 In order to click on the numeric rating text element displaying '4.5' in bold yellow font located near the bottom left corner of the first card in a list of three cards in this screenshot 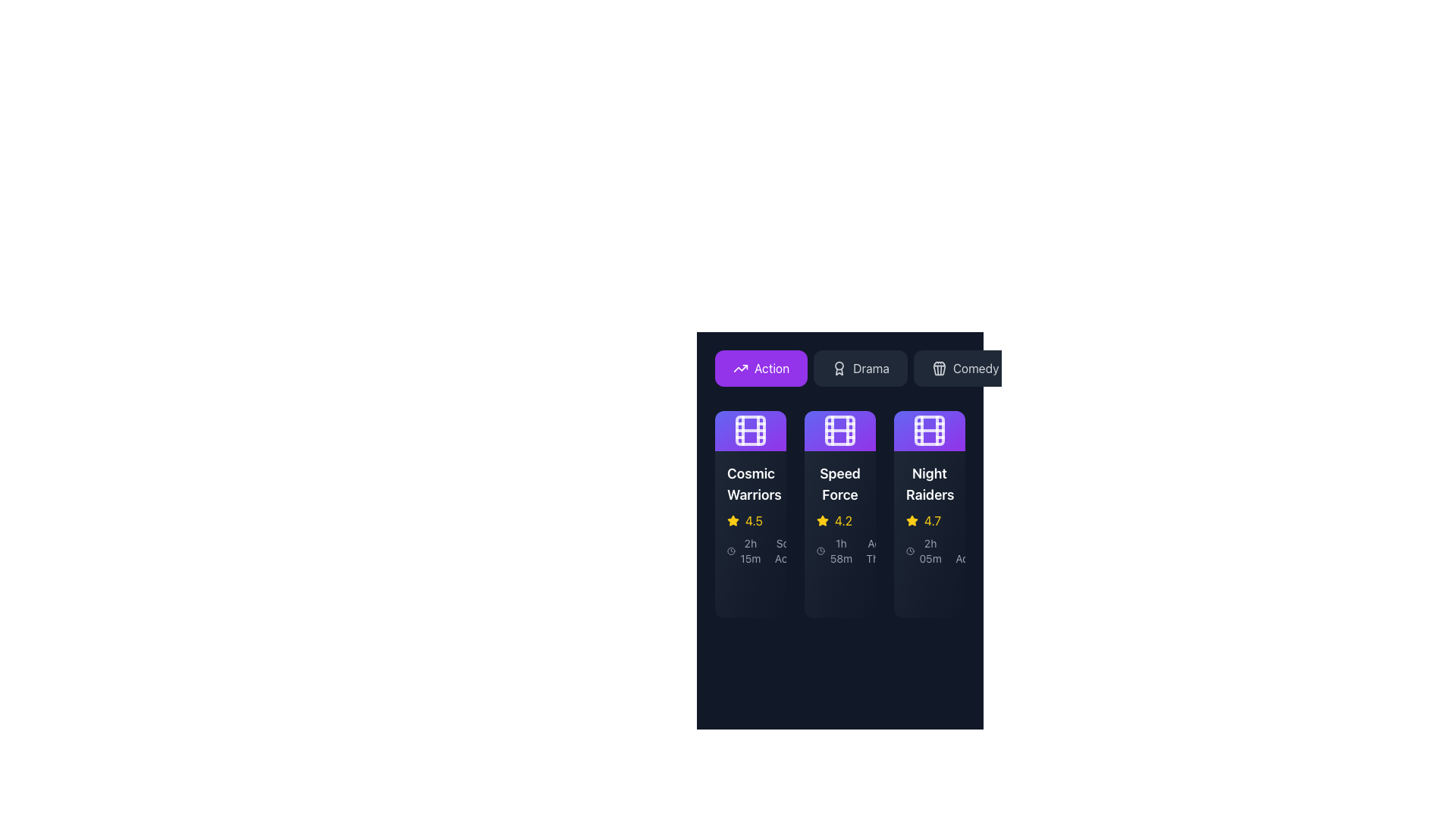, I will do `click(754, 519)`.